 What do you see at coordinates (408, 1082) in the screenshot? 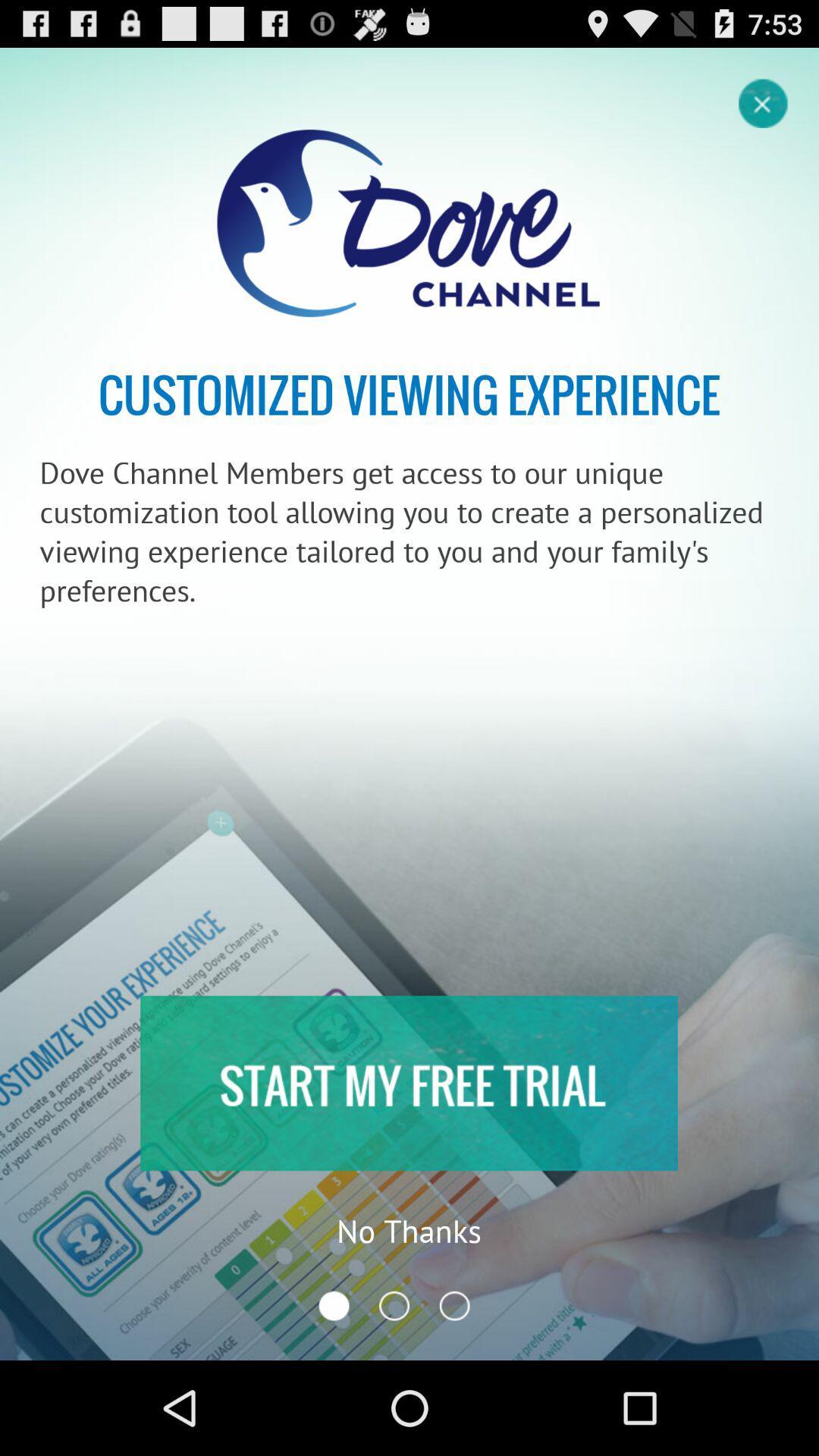
I see `start your free trial` at bounding box center [408, 1082].